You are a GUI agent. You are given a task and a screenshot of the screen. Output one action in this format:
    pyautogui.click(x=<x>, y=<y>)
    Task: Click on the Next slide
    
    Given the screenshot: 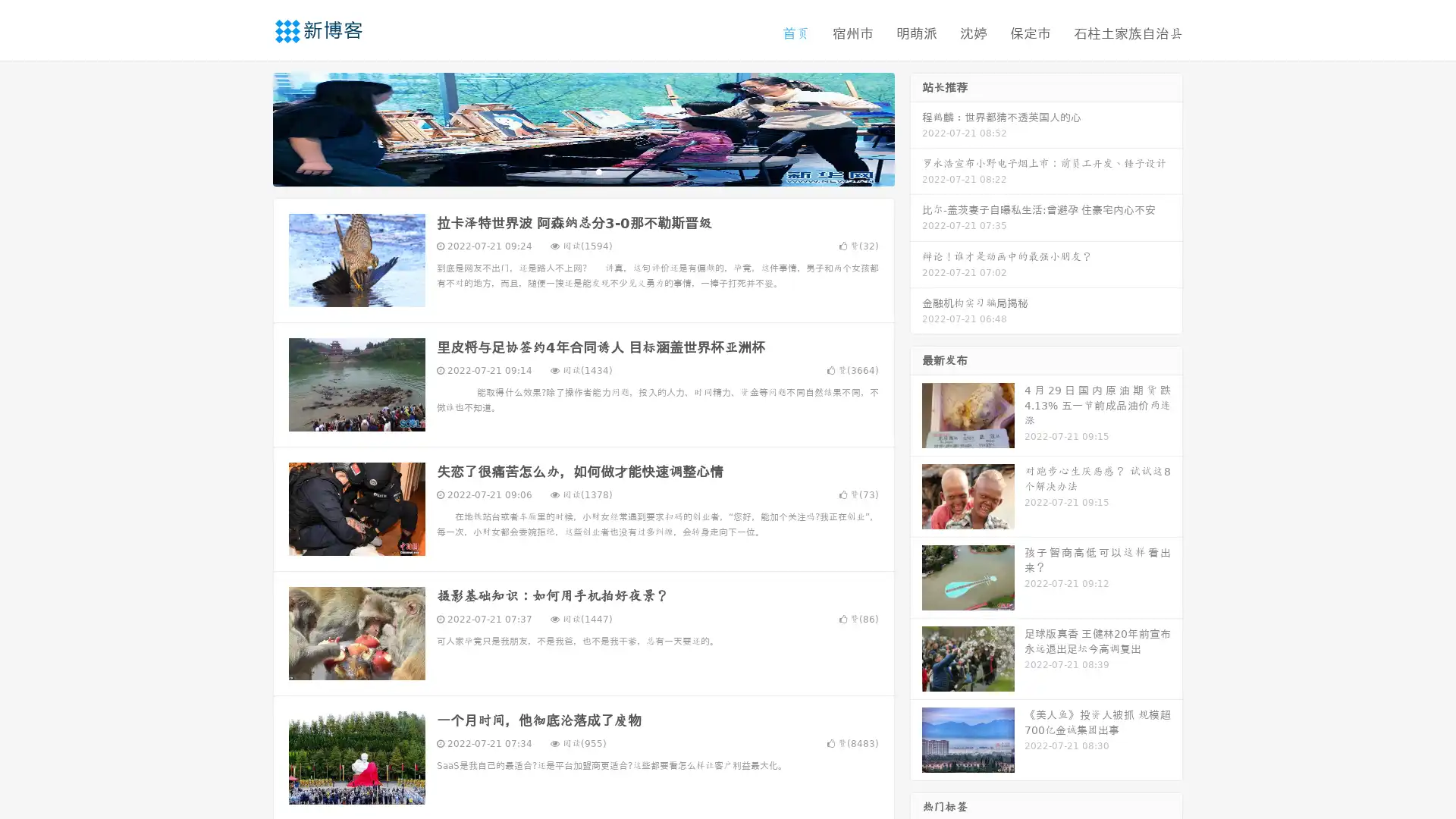 What is the action you would take?
    pyautogui.click(x=916, y=127)
    